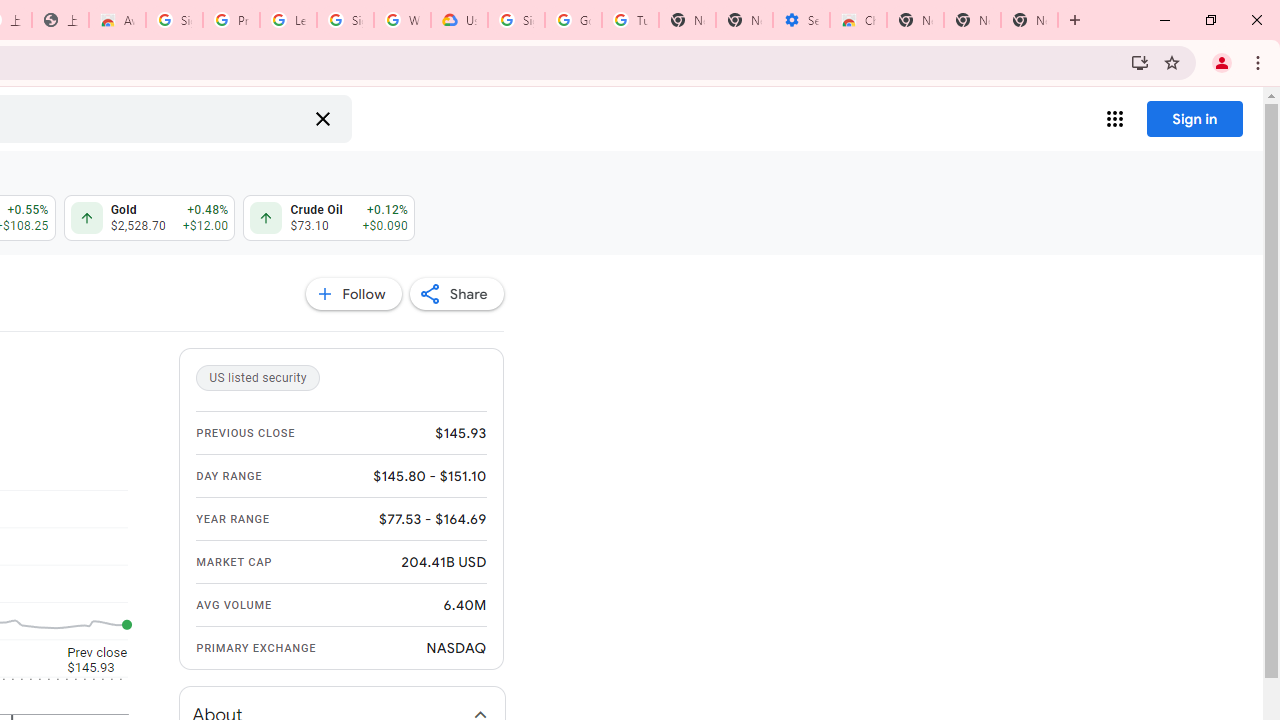 This screenshot has height=720, width=1280. Describe the element at coordinates (345, 20) in the screenshot. I see `'Sign in - Google Accounts'` at that location.